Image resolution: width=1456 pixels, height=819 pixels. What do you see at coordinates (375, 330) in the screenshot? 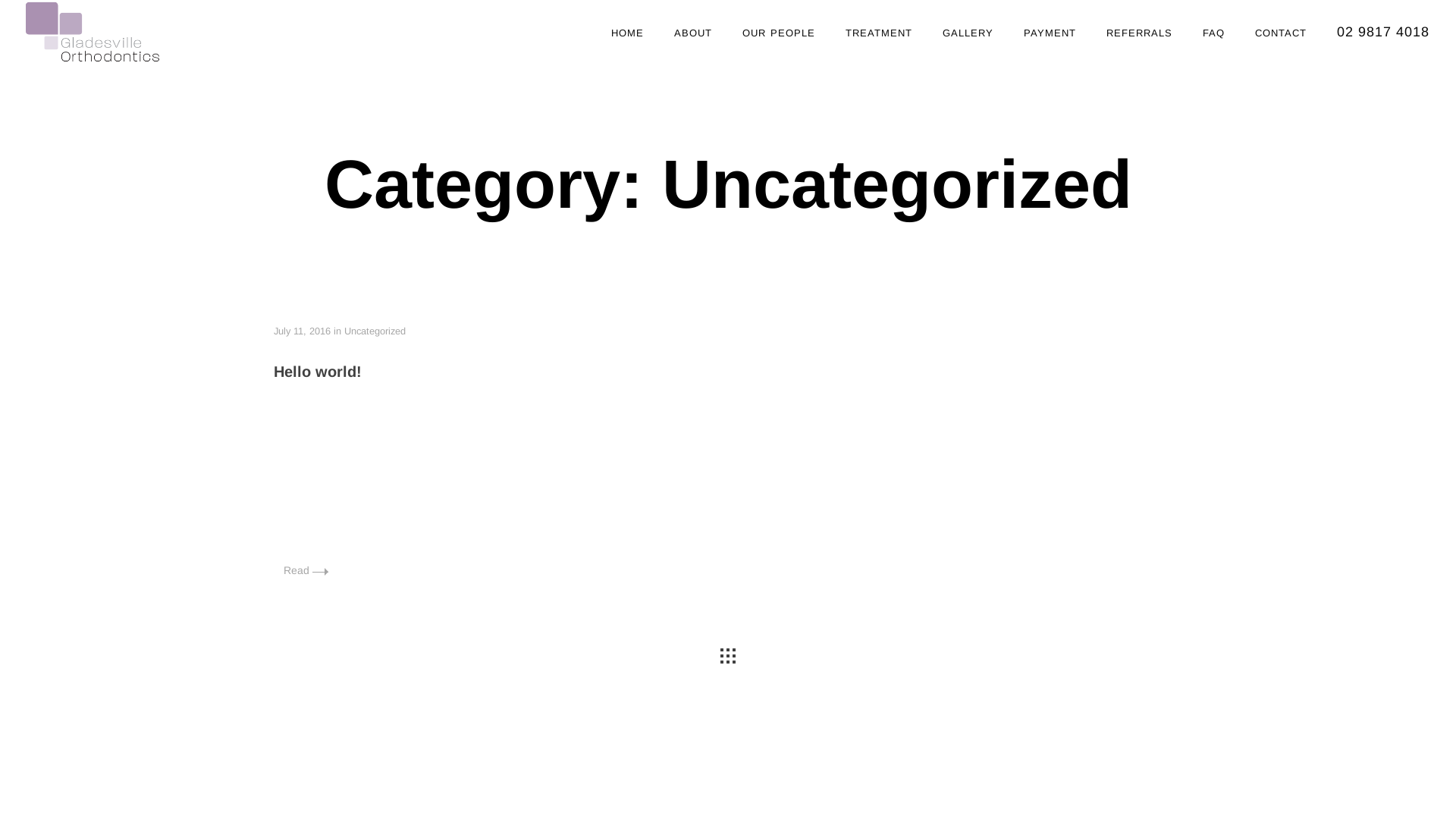
I see `'Uncategorized'` at bounding box center [375, 330].